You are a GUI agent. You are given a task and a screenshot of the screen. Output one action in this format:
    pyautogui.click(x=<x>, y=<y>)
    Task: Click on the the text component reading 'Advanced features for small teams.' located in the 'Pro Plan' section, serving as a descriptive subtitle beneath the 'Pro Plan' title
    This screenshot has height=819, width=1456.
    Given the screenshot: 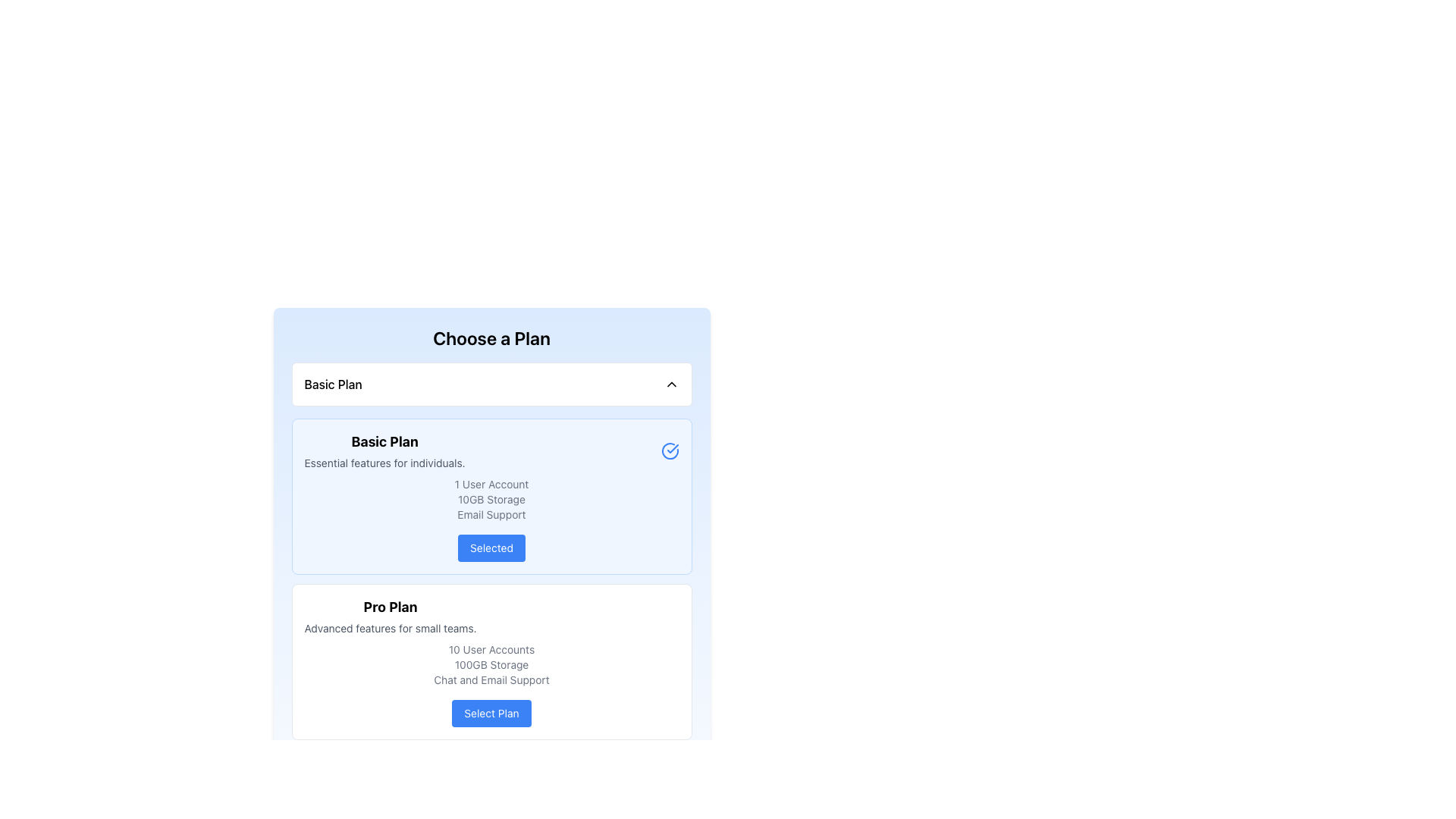 What is the action you would take?
    pyautogui.click(x=391, y=629)
    